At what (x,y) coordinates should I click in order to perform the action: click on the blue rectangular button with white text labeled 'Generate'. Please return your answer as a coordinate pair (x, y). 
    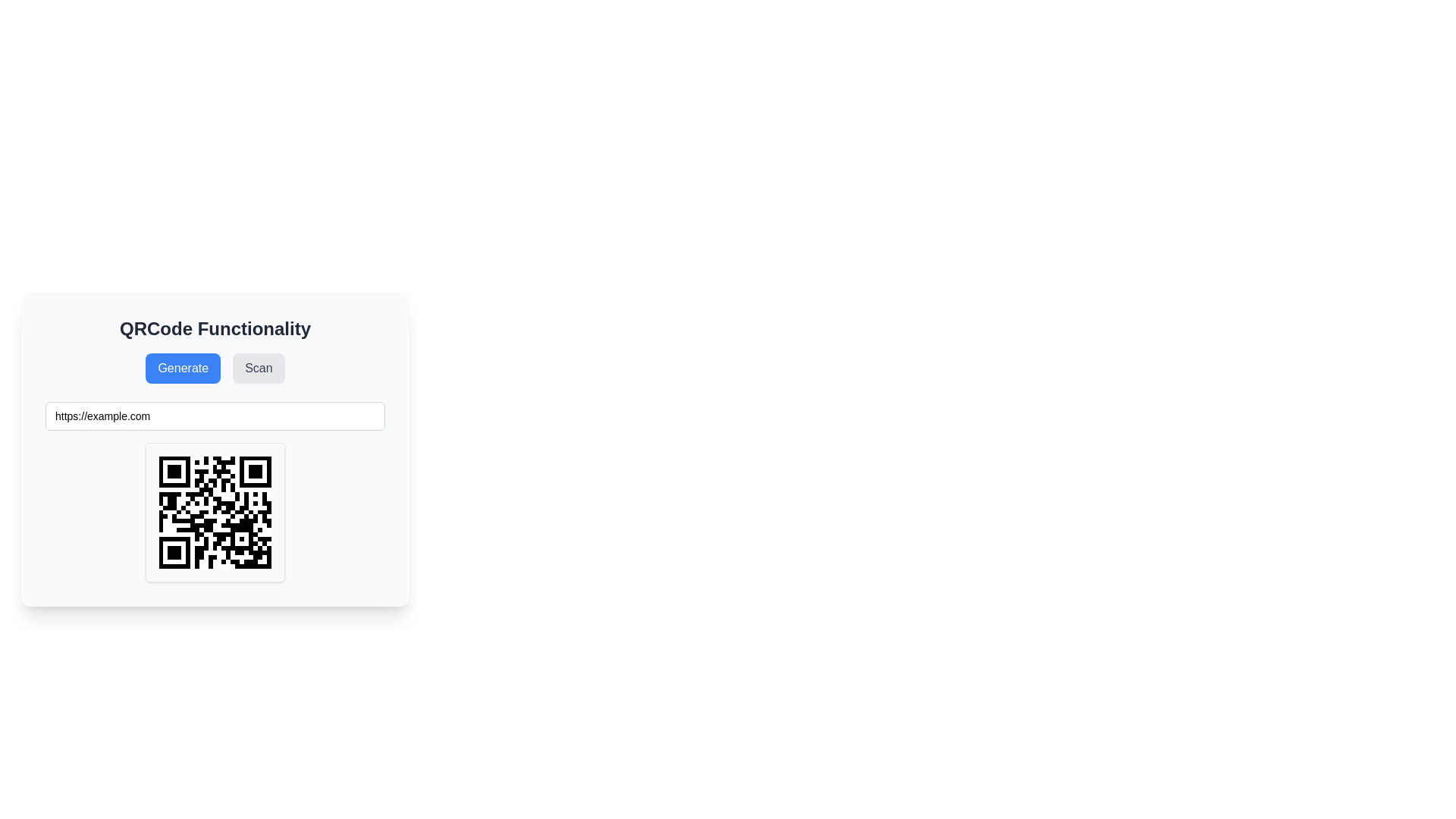
    Looking at the image, I should click on (182, 369).